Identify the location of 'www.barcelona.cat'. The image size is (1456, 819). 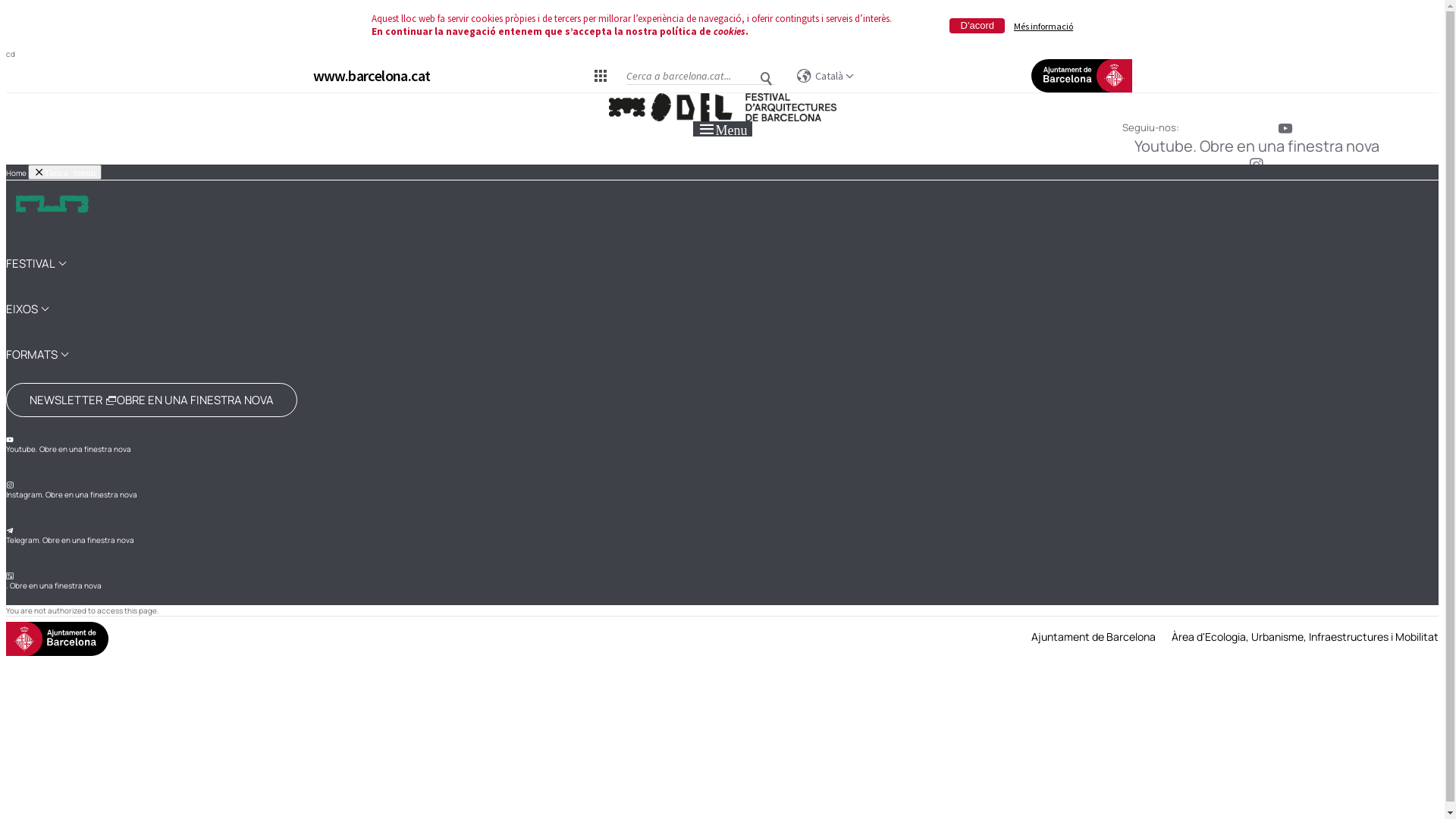
(371, 75).